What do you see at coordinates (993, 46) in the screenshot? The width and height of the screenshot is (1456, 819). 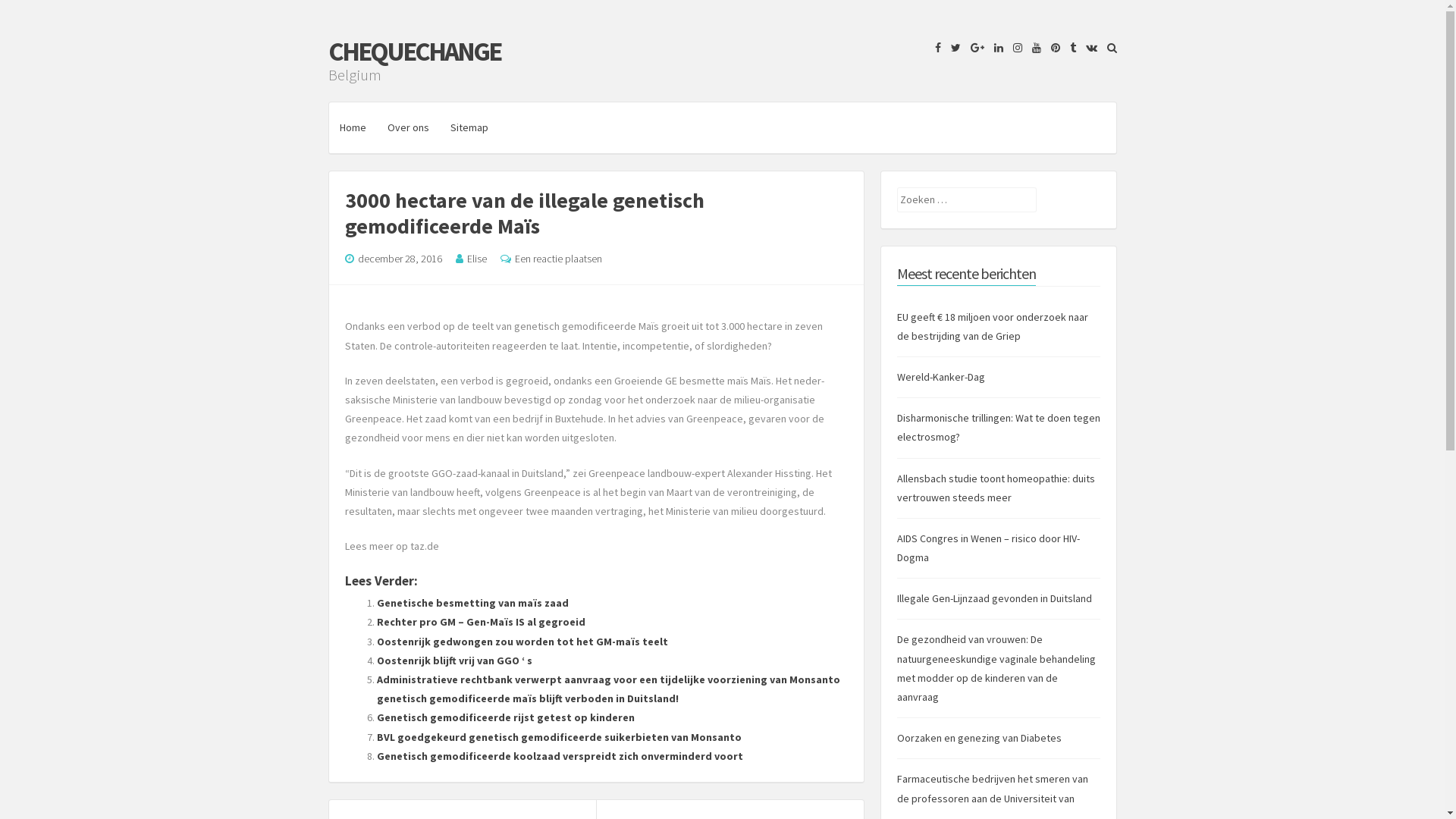 I see `'LinkedIn'` at bounding box center [993, 46].